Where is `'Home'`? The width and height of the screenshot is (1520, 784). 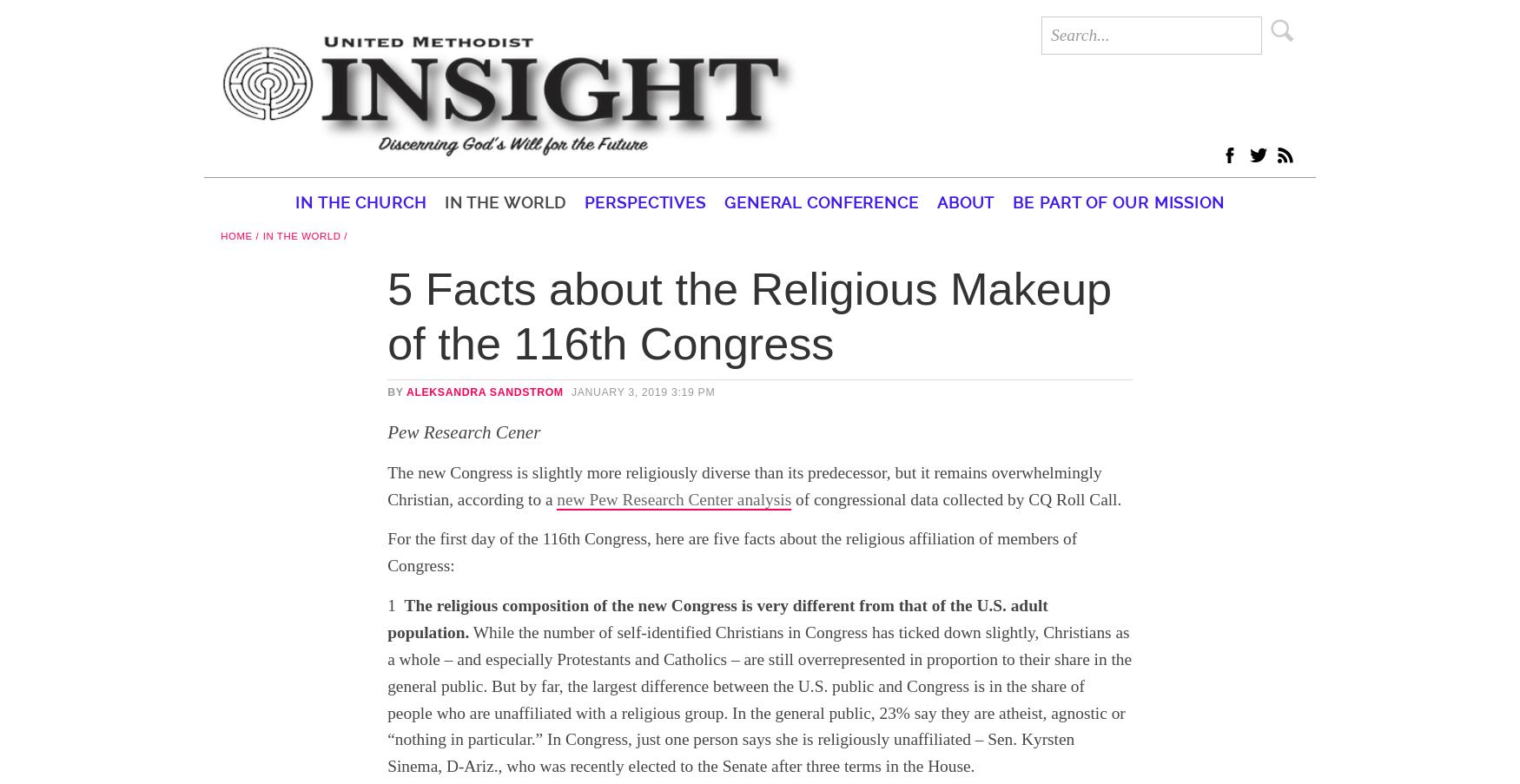 'Home' is located at coordinates (235, 234).